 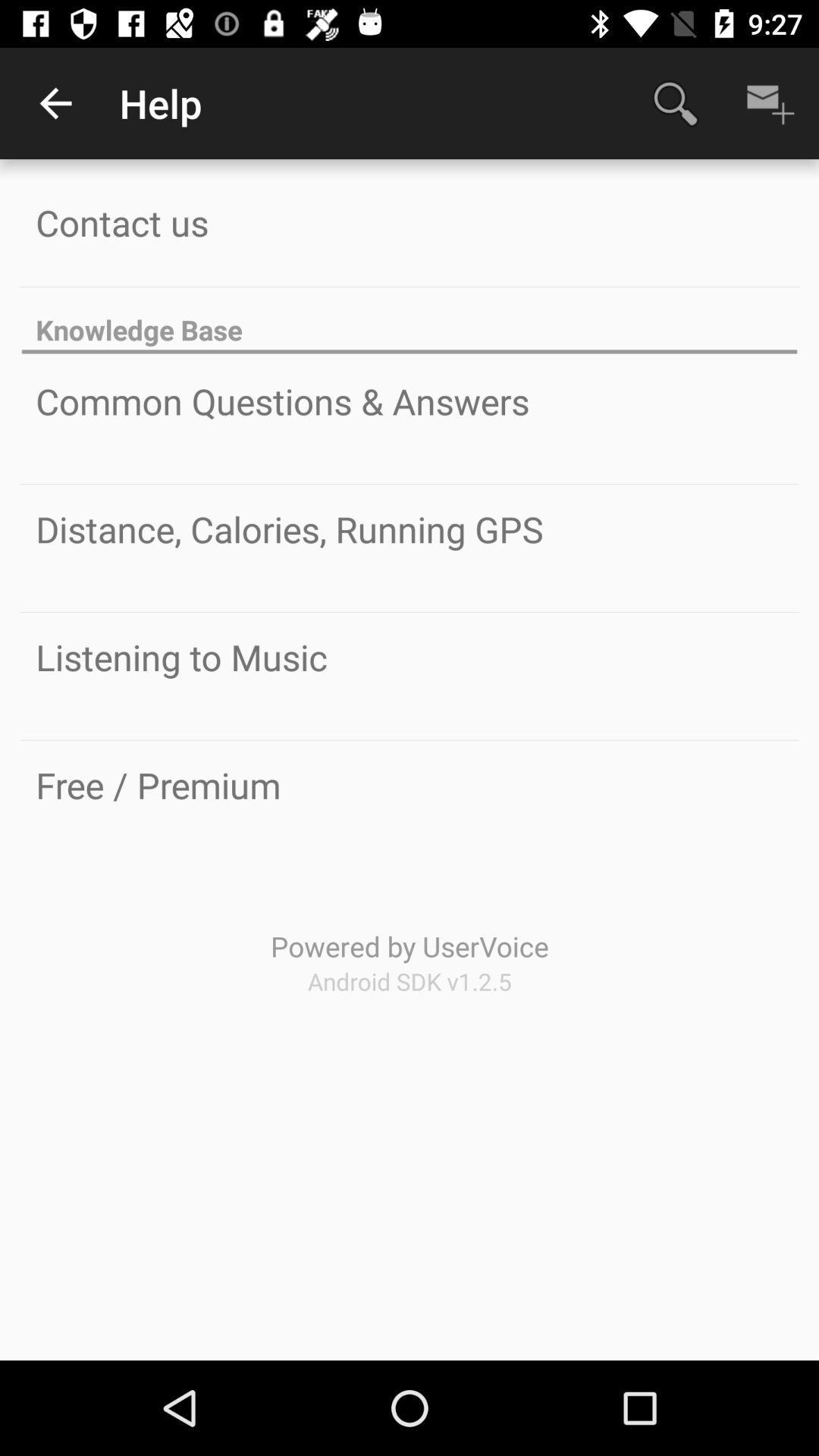 I want to click on free / premium icon, so click(x=158, y=785).